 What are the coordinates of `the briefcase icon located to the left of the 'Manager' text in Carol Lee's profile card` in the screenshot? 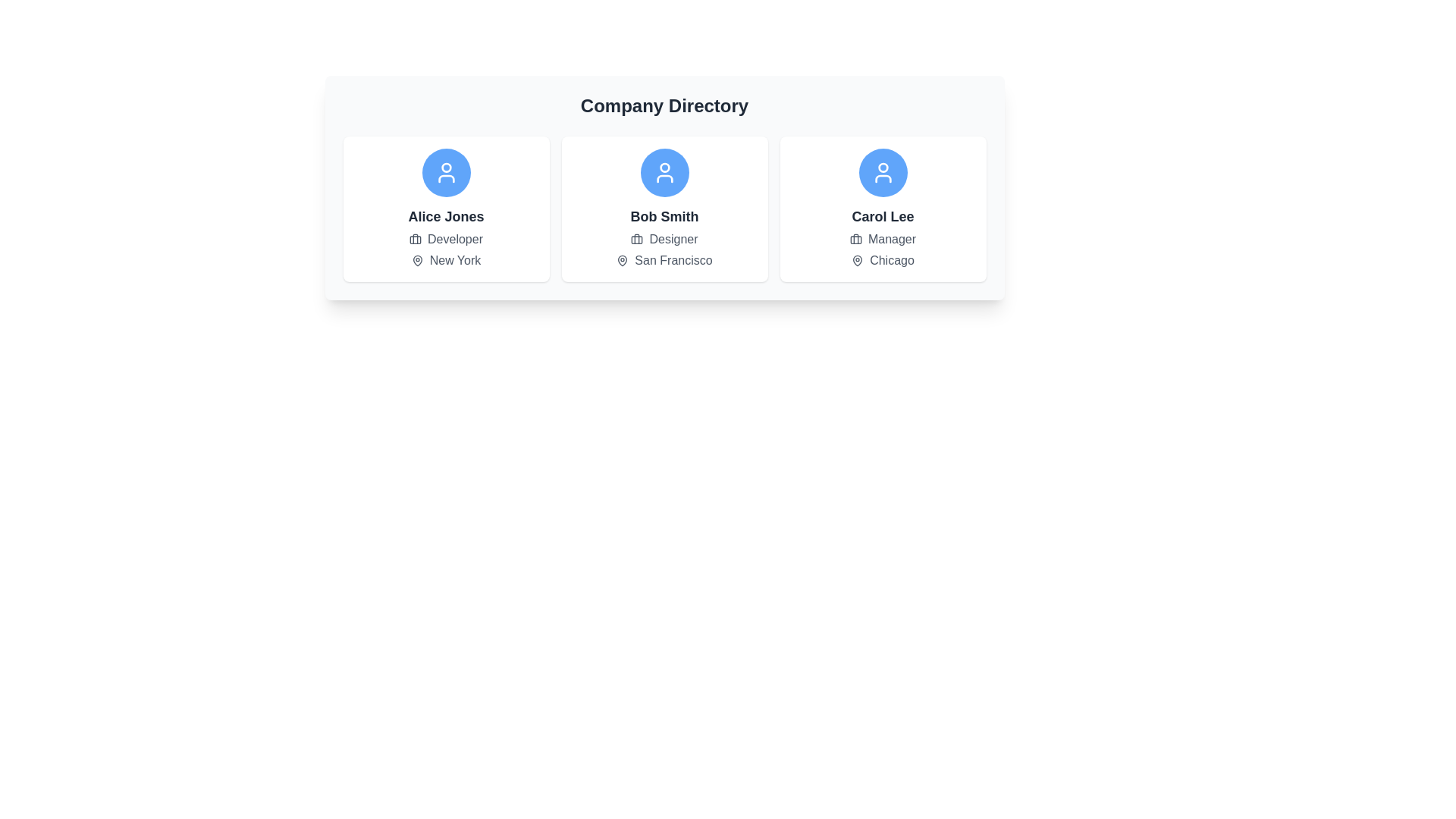 It's located at (855, 239).